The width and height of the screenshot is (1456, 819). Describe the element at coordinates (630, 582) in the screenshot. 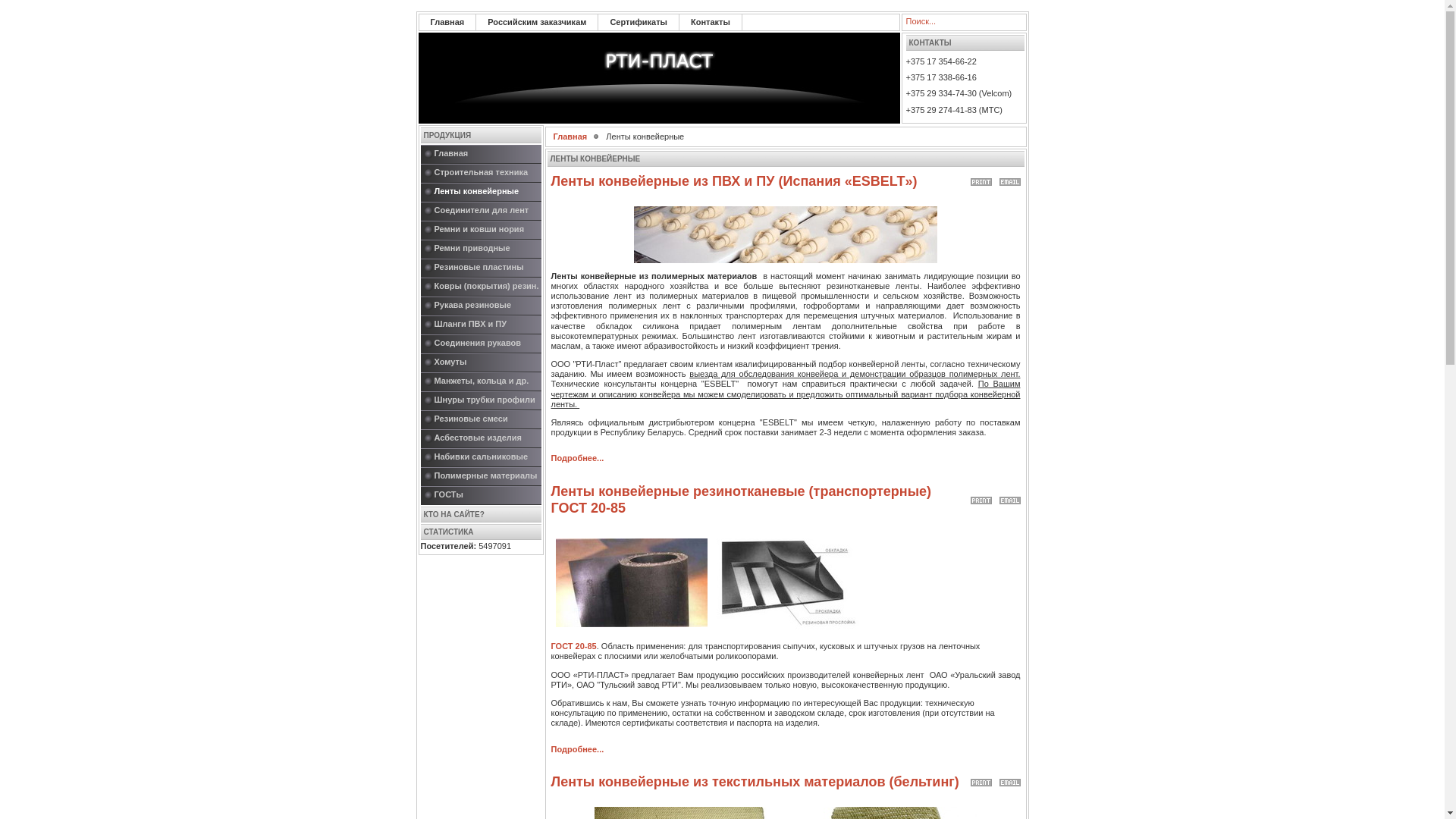

I see `'Image'` at that location.